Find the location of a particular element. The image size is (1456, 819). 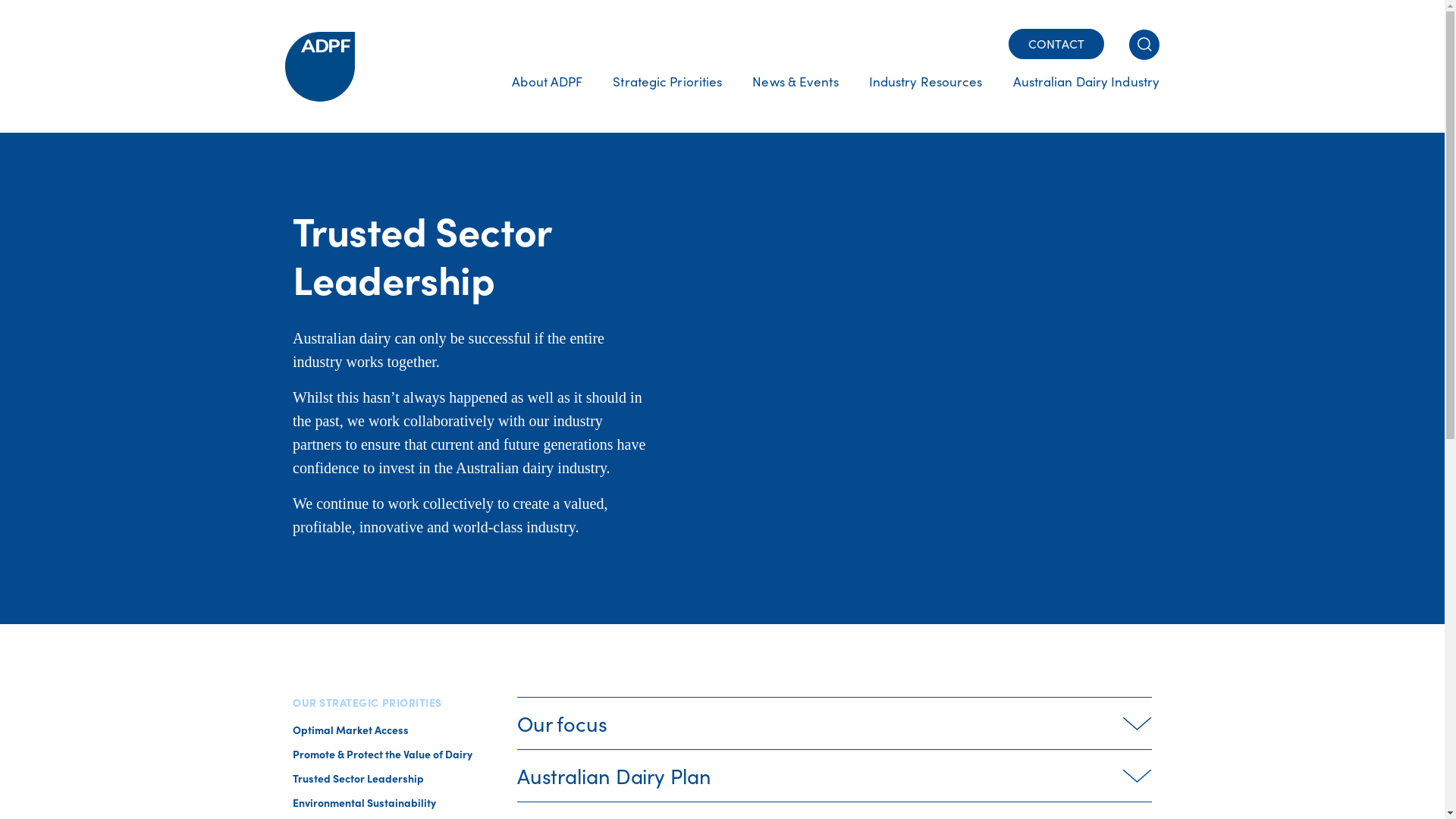

'open search modal' is located at coordinates (1144, 42).